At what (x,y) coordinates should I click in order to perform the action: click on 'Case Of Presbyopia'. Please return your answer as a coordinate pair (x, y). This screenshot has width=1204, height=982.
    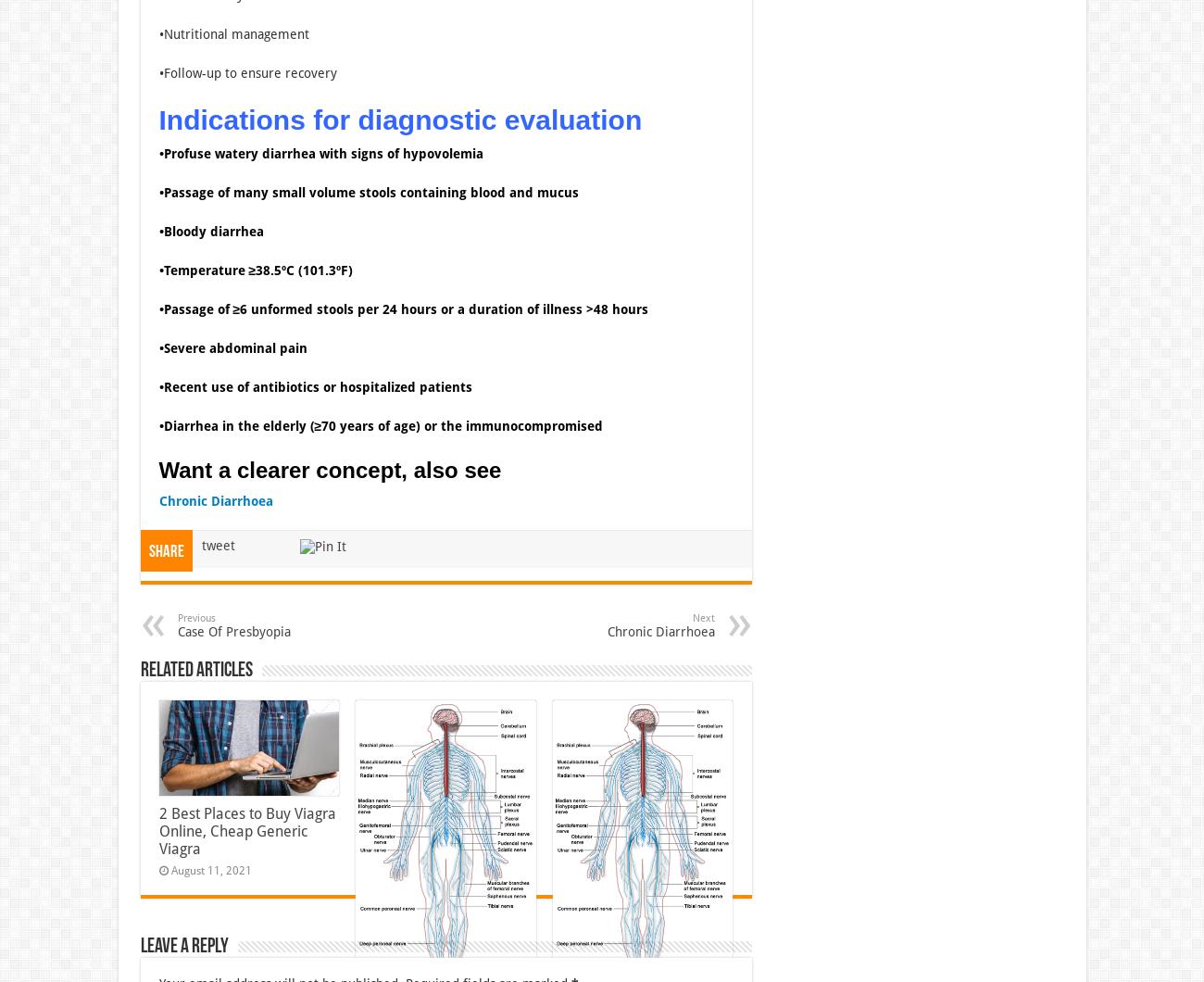
    Looking at the image, I should click on (232, 630).